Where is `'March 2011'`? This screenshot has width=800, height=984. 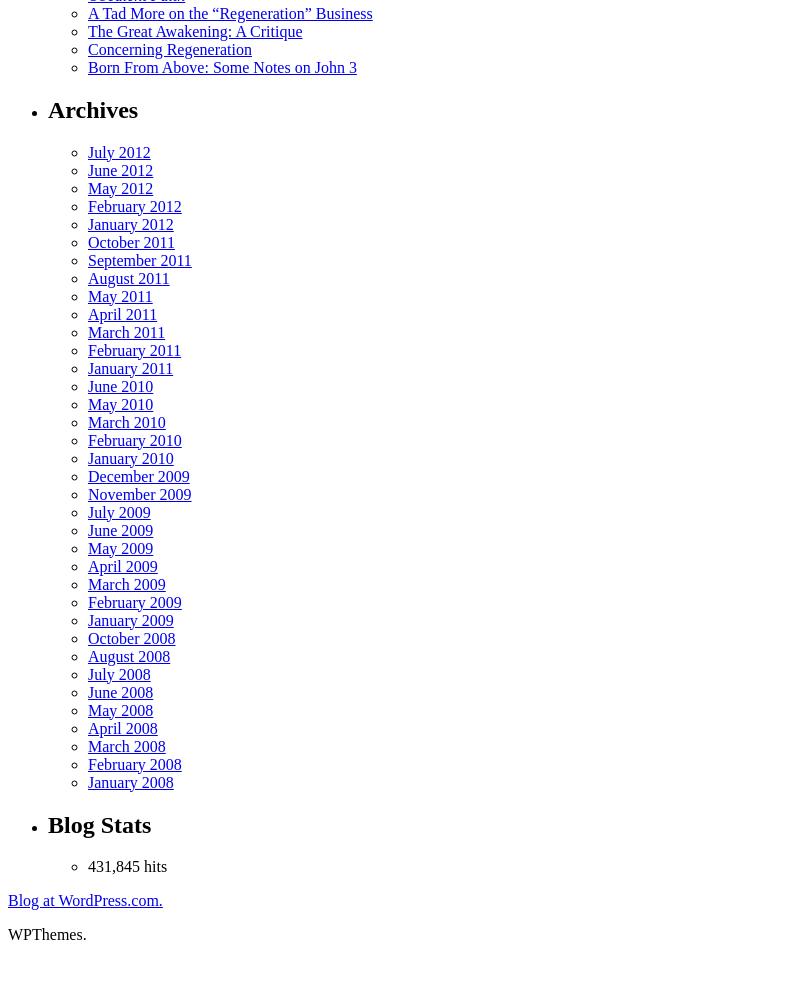
'March 2011' is located at coordinates (125, 330).